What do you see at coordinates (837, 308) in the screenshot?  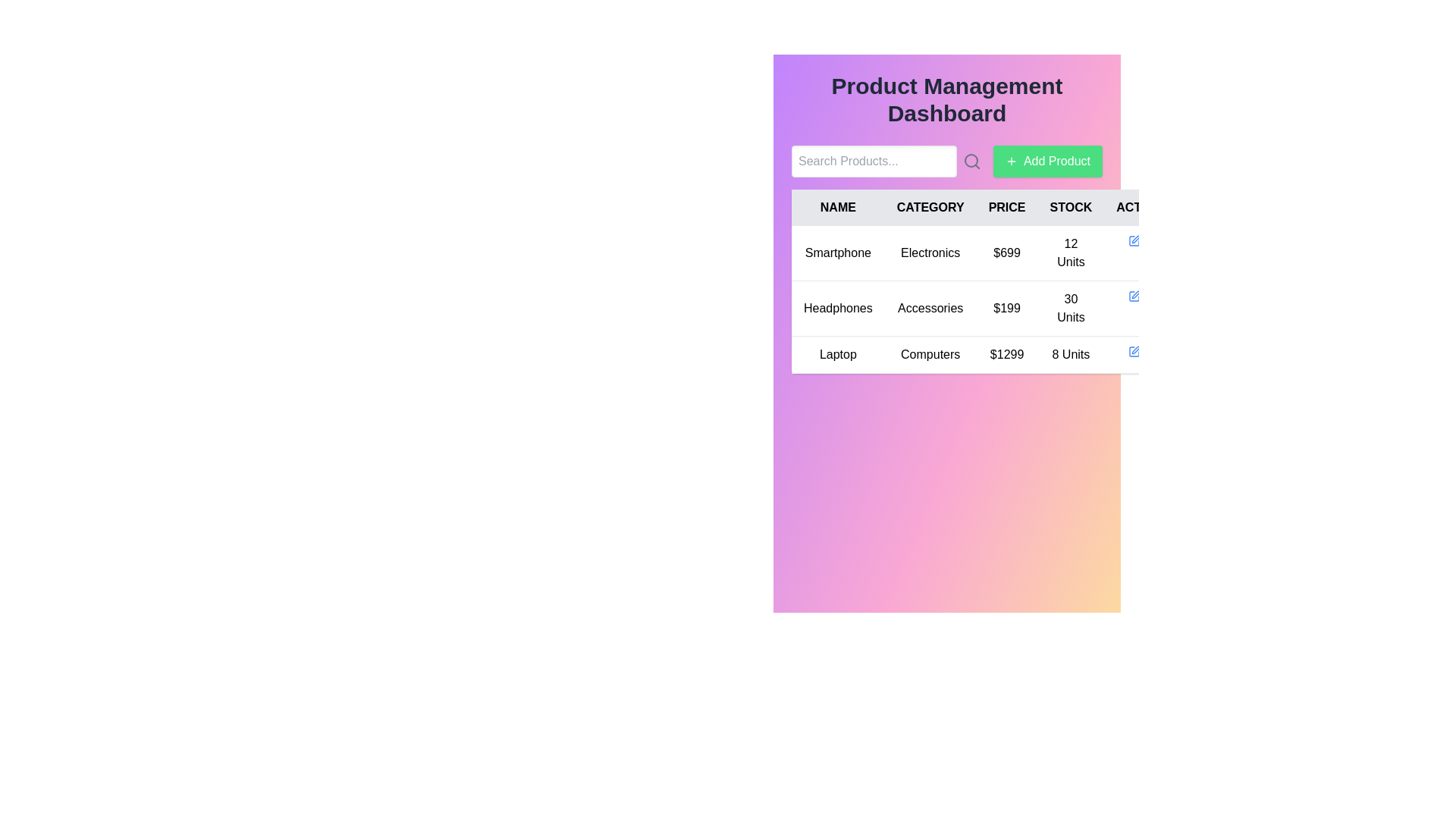 I see `the 'Headphones' text label in the product details table, located in the second row under the 'Name' column` at bounding box center [837, 308].